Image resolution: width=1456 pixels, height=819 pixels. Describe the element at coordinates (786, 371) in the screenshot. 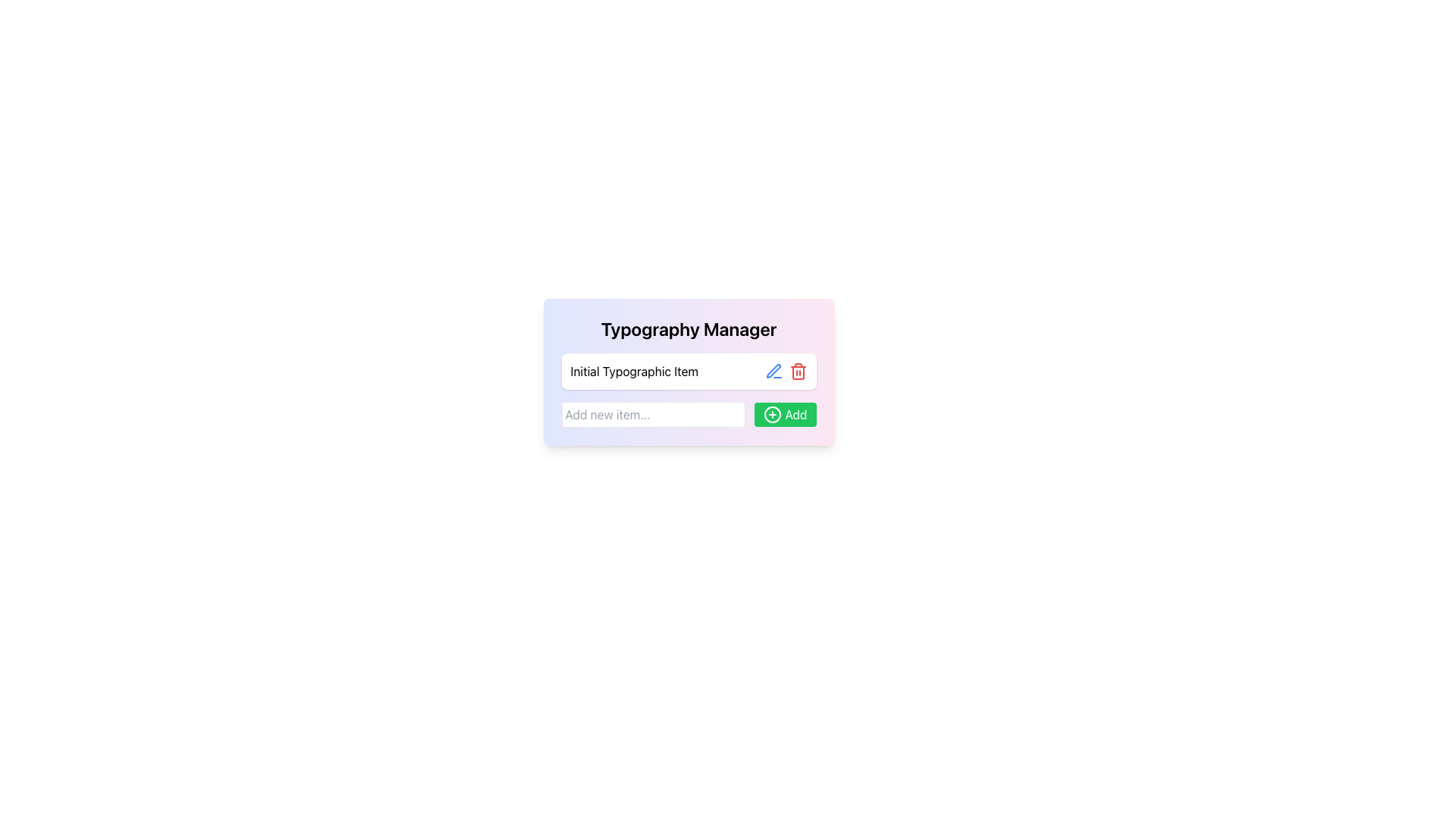

I see `the pencil icon in the horizontal icon group` at that location.